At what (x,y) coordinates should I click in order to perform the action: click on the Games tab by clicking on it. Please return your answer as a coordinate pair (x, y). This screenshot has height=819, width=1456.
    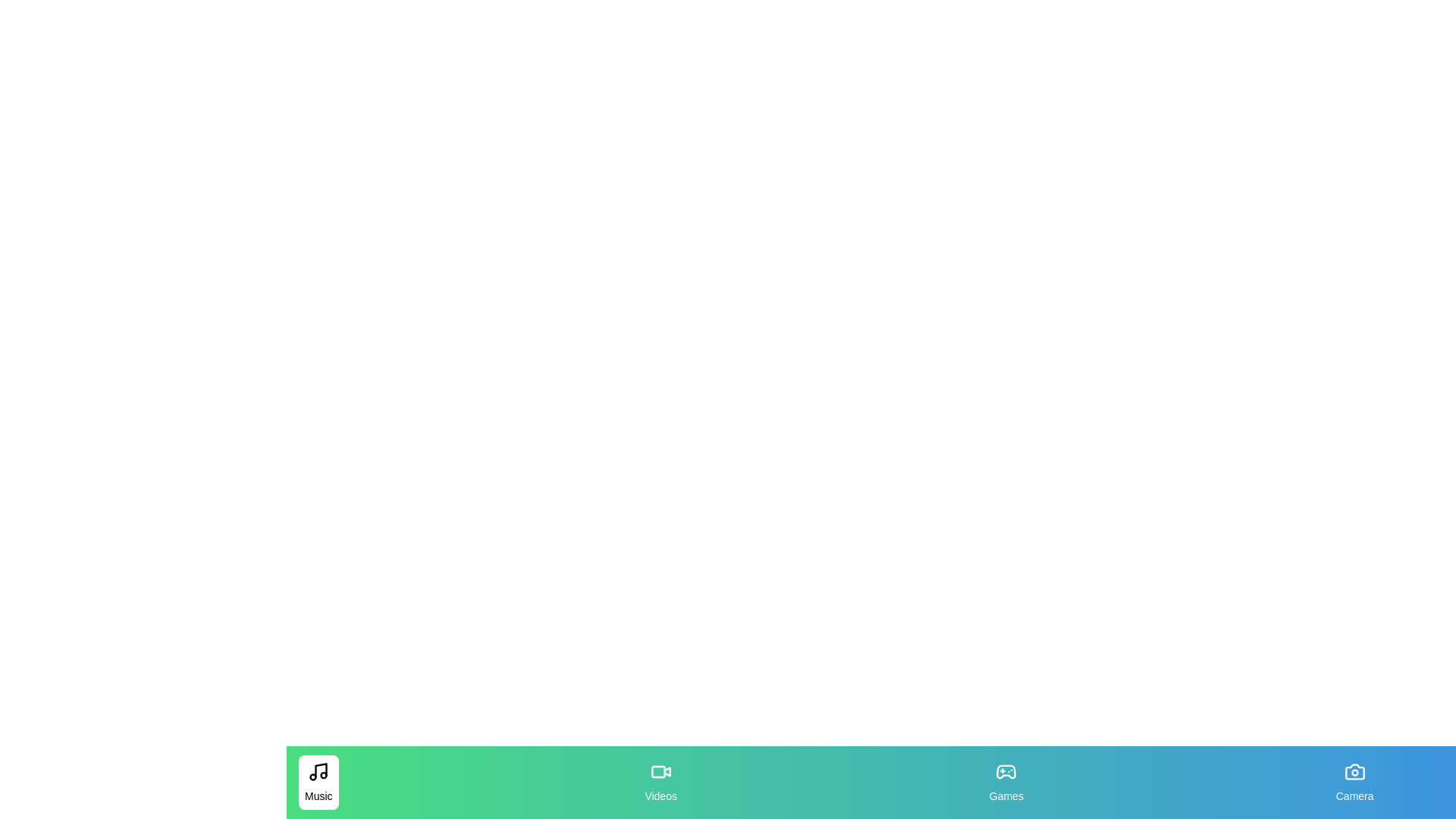
    Looking at the image, I should click on (1006, 783).